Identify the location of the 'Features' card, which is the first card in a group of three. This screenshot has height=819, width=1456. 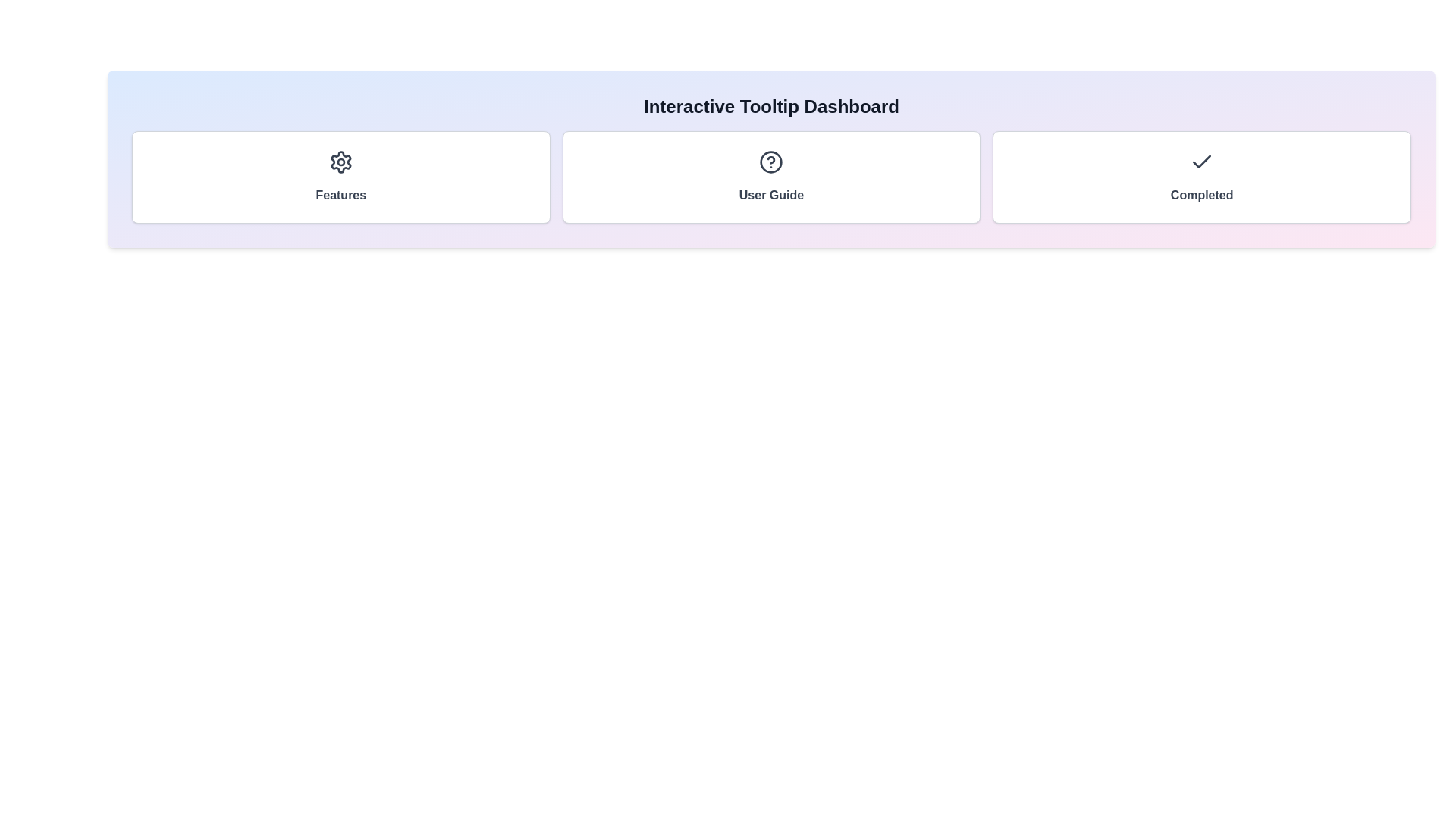
(340, 177).